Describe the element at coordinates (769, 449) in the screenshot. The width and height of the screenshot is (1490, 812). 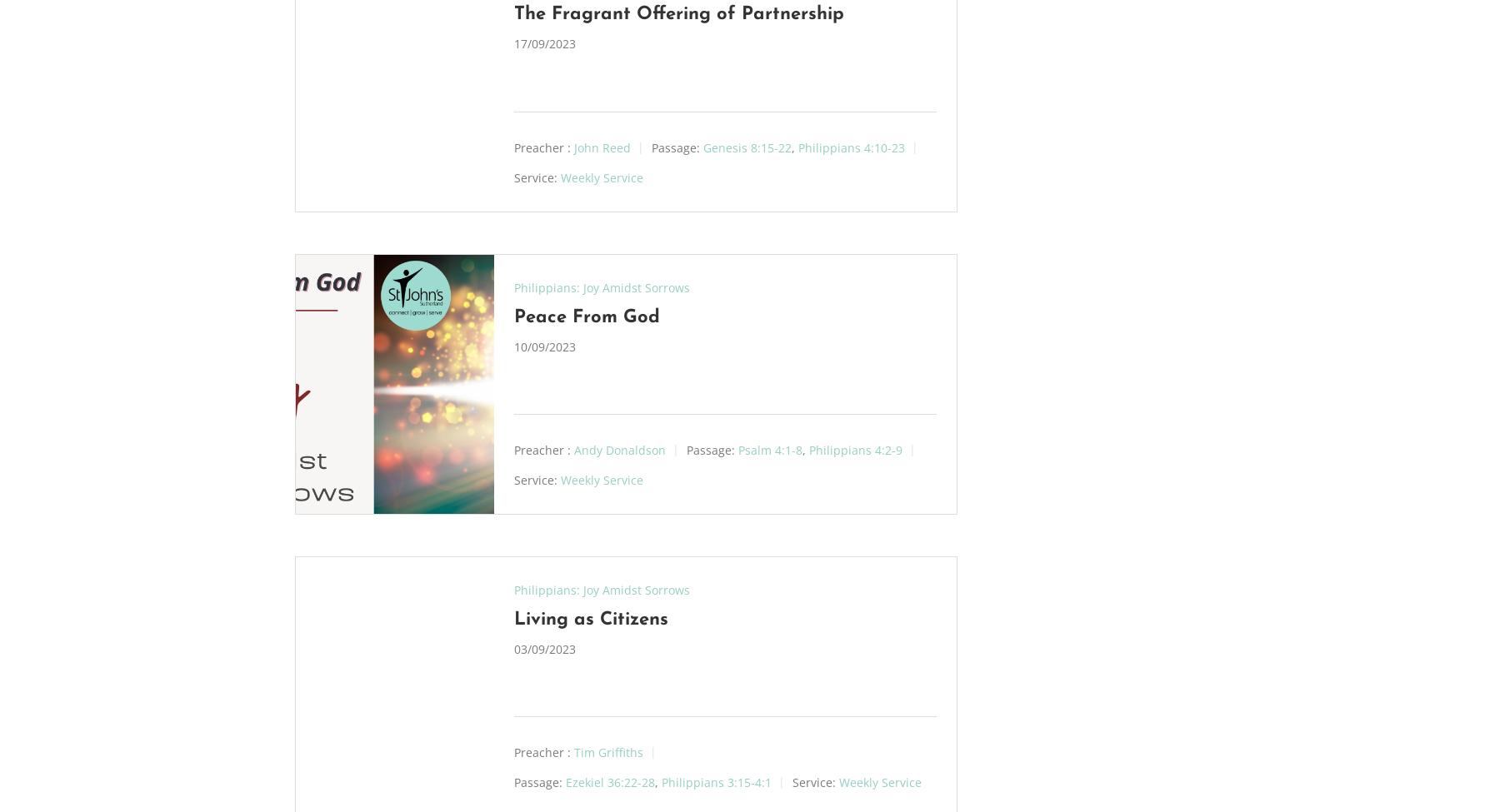
I see `'Psalm 4:1-8'` at that location.